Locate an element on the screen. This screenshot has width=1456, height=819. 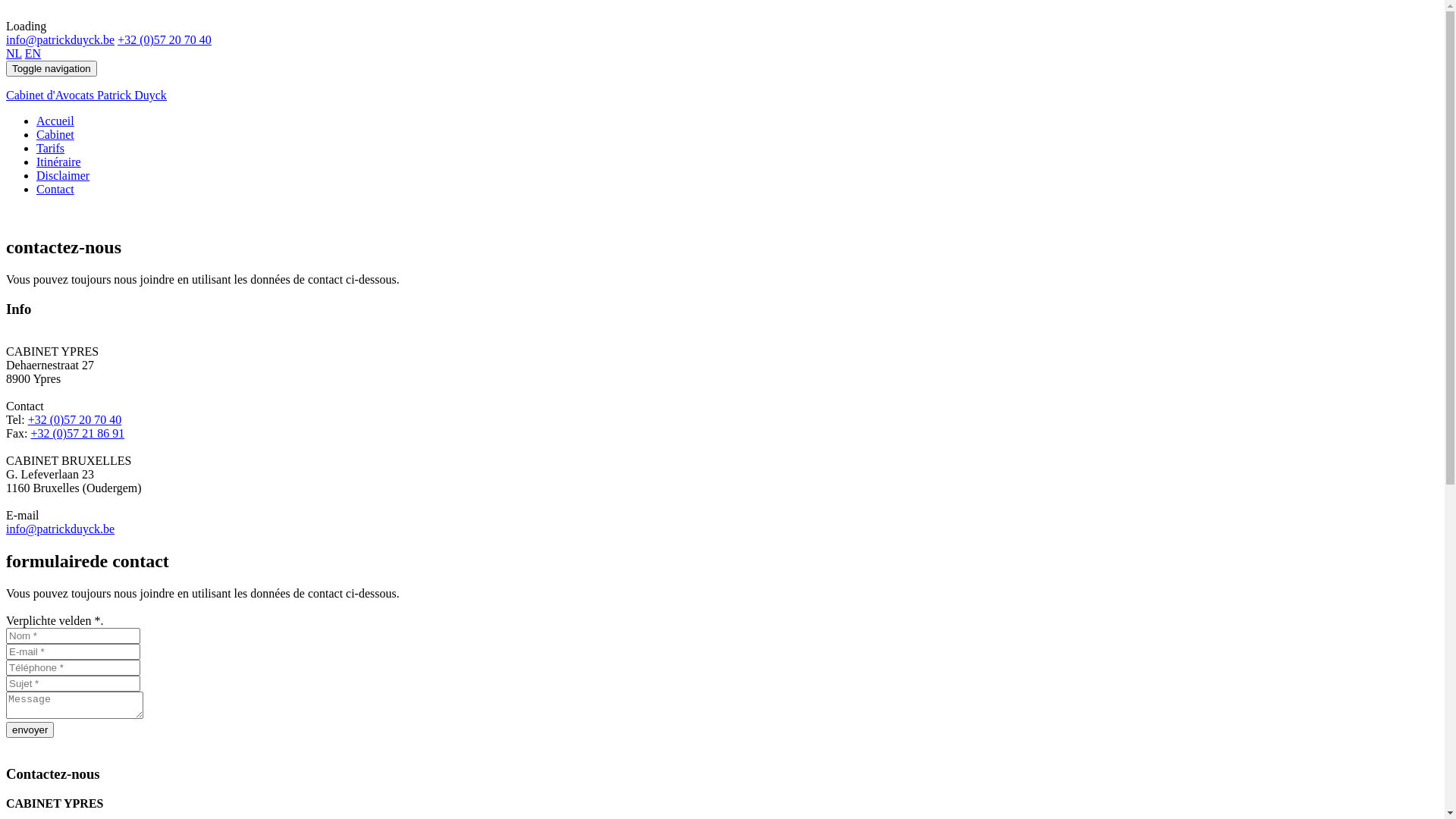
'Accueil' is located at coordinates (55, 120).